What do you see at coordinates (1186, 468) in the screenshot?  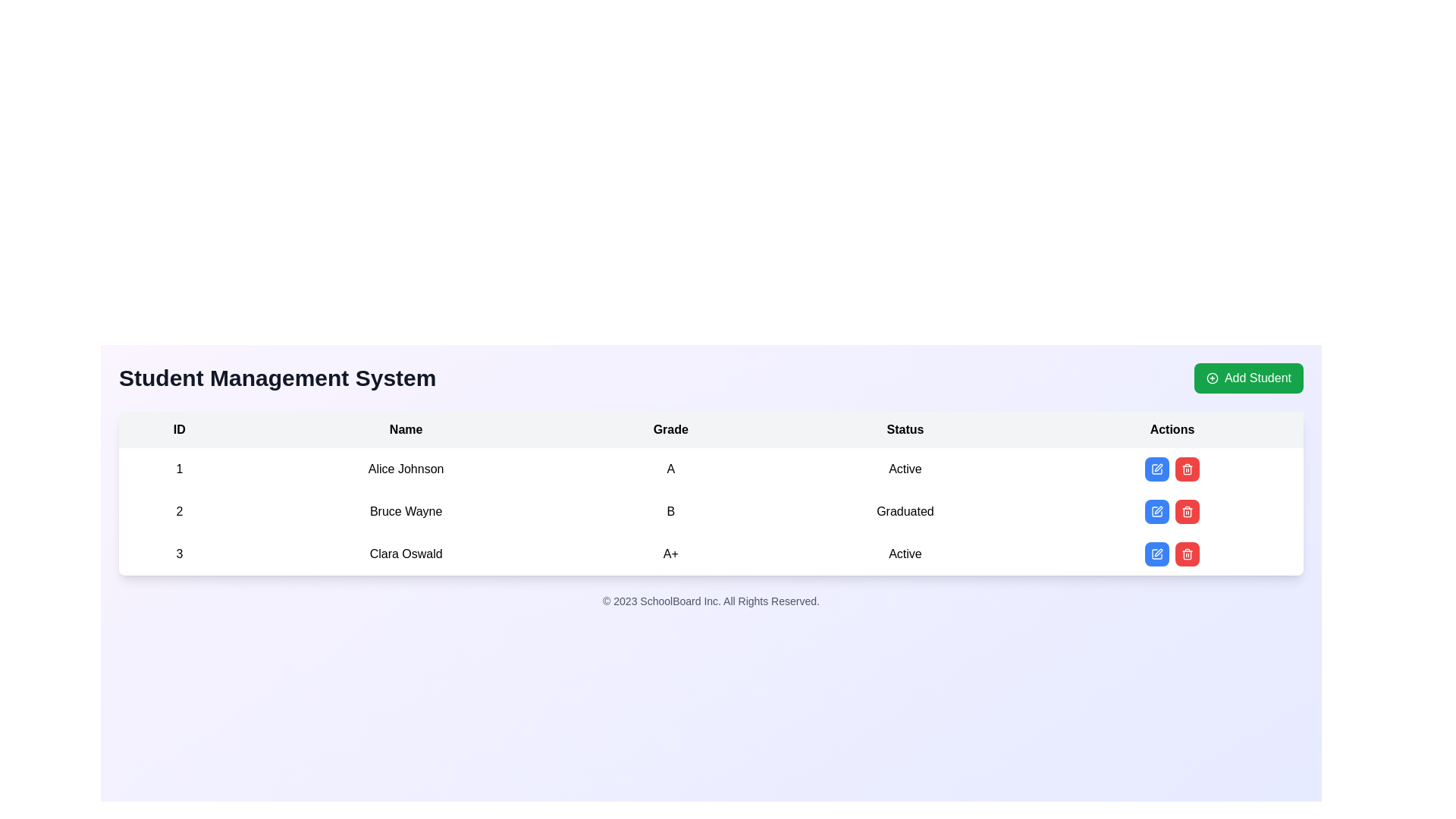 I see `the red, rounded button with a white trash bin icon` at bounding box center [1186, 468].